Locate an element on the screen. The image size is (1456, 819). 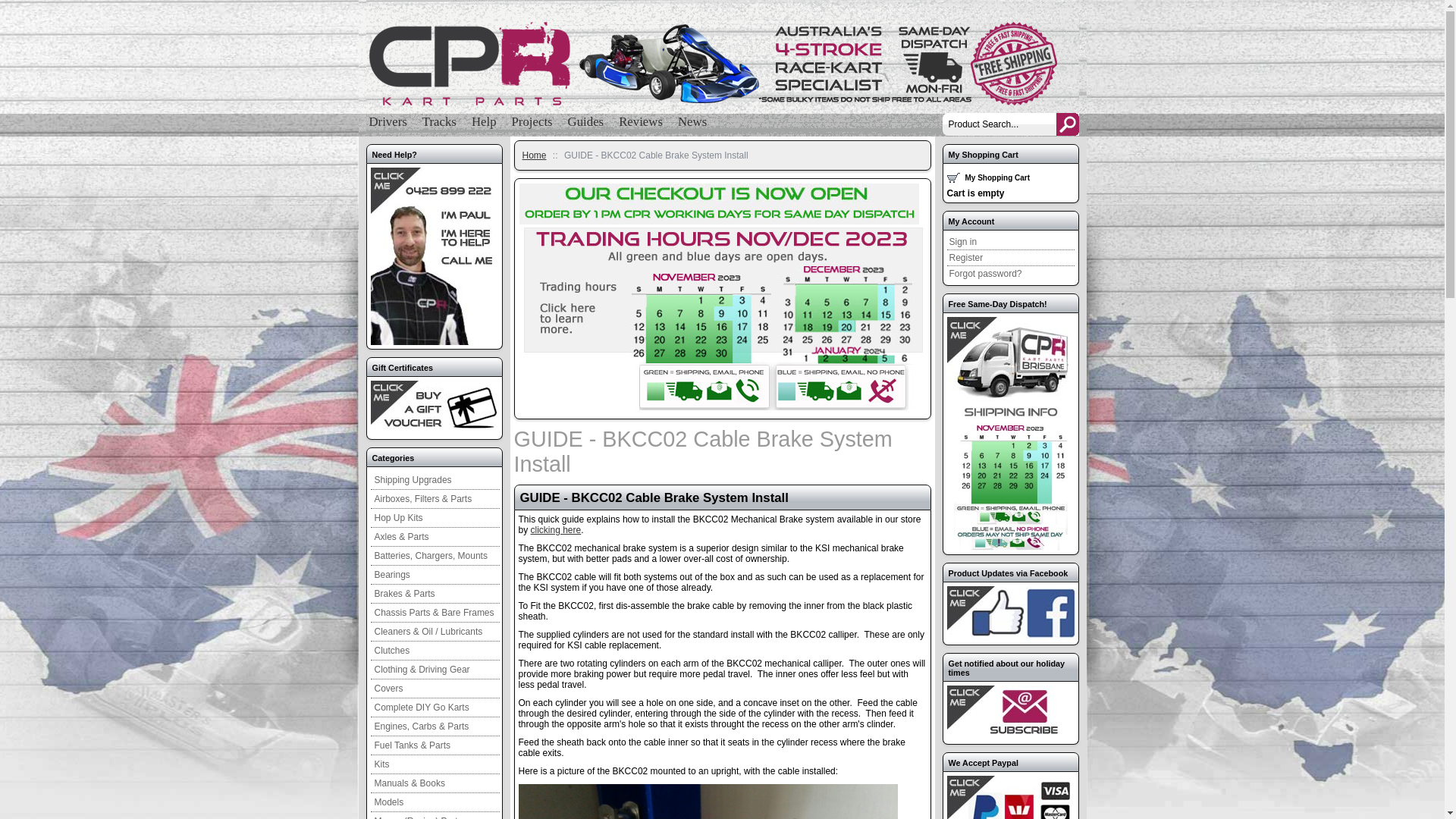
'Batteries, Chargers, Mounts' is located at coordinates (433, 556).